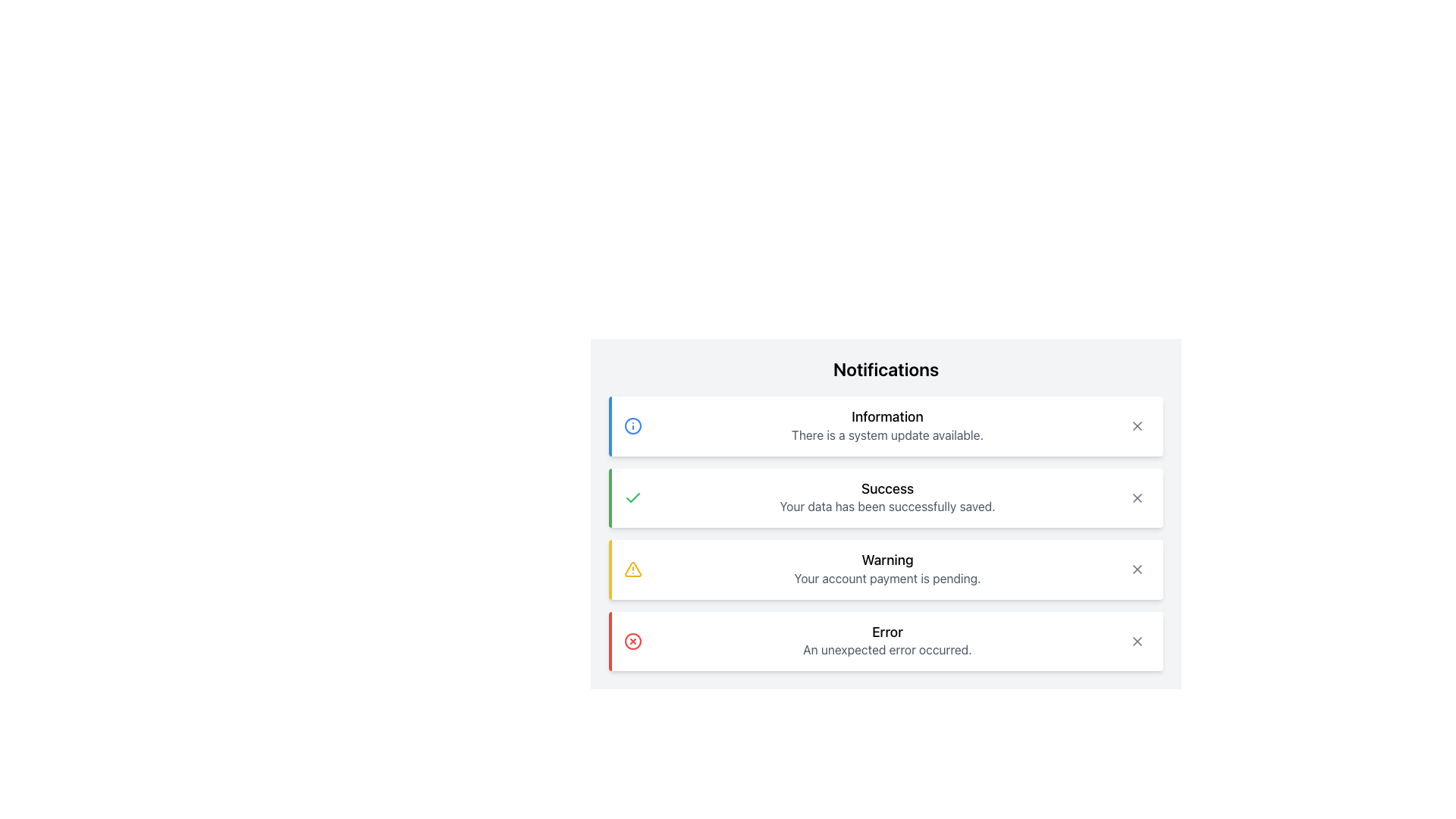 Image resolution: width=1456 pixels, height=819 pixels. Describe the element at coordinates (1137, 570) in the screenshot. I see `the close icon in the top-right corner of the 'Warning' notification box` at that location.